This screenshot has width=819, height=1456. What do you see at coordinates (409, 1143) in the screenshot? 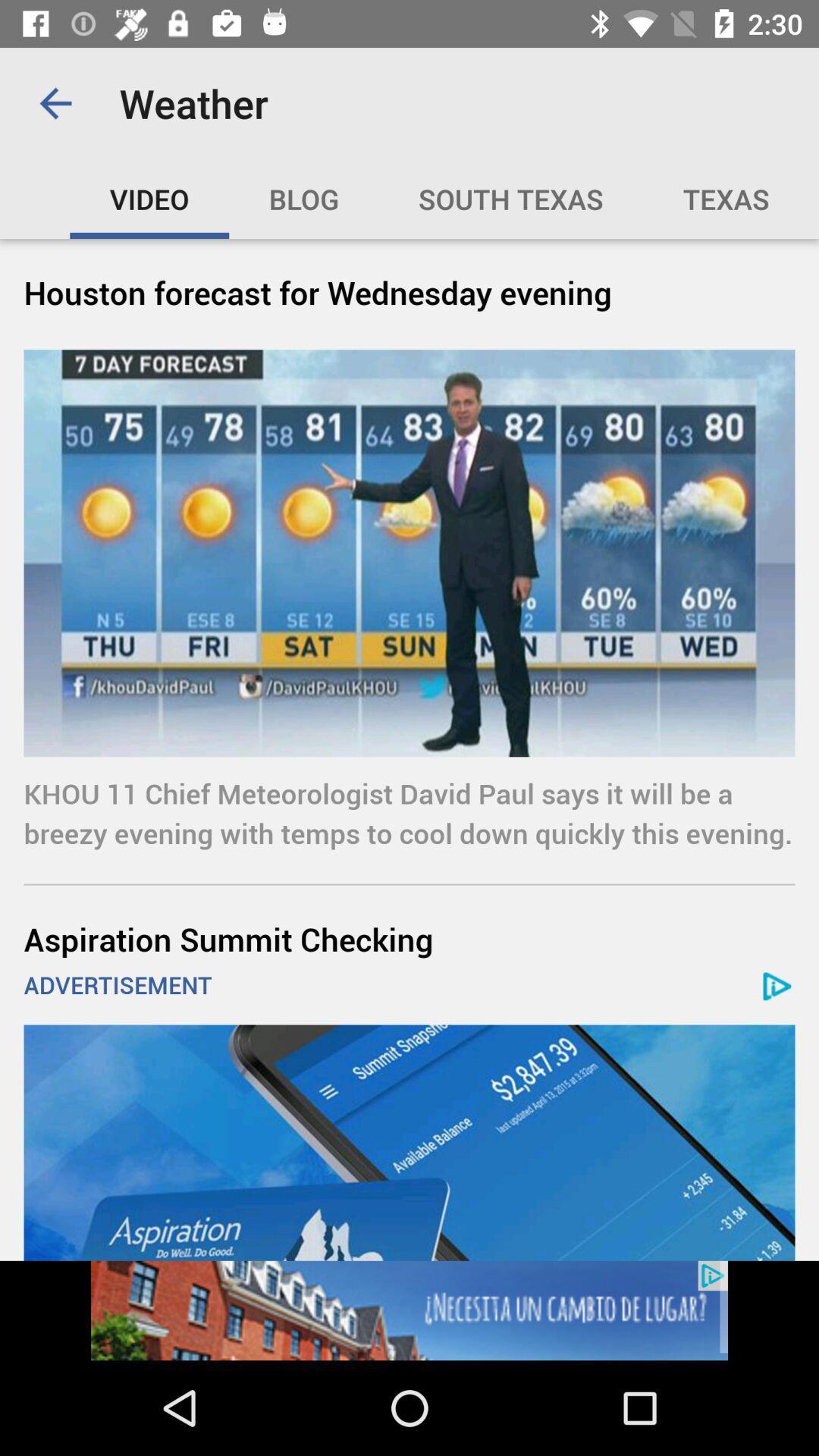
I see `advertisement display` at bounding box center [409, 1143].